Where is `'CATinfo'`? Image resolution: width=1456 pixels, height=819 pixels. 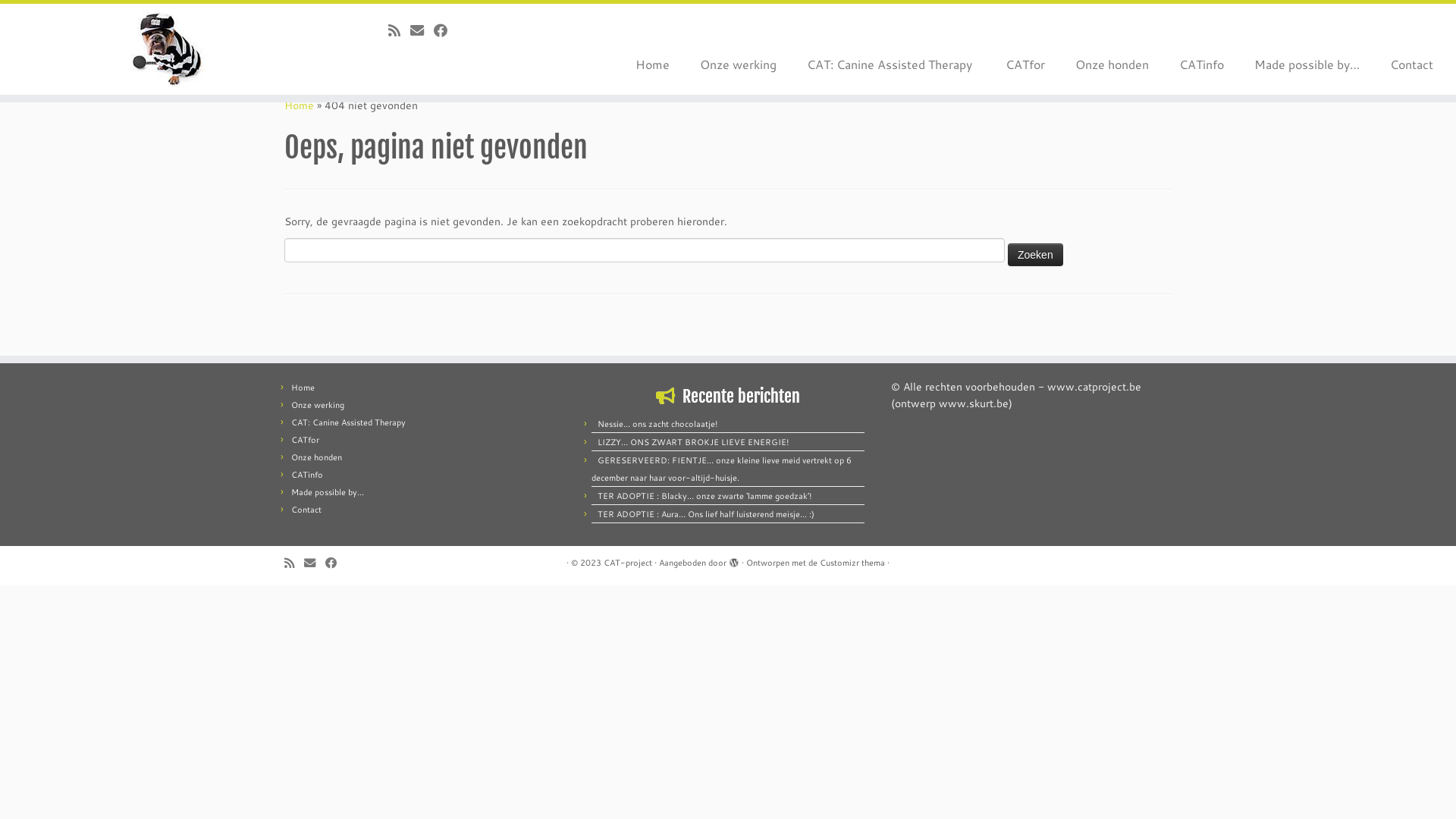
'CATinfo' is located at coordinates (306, 473).